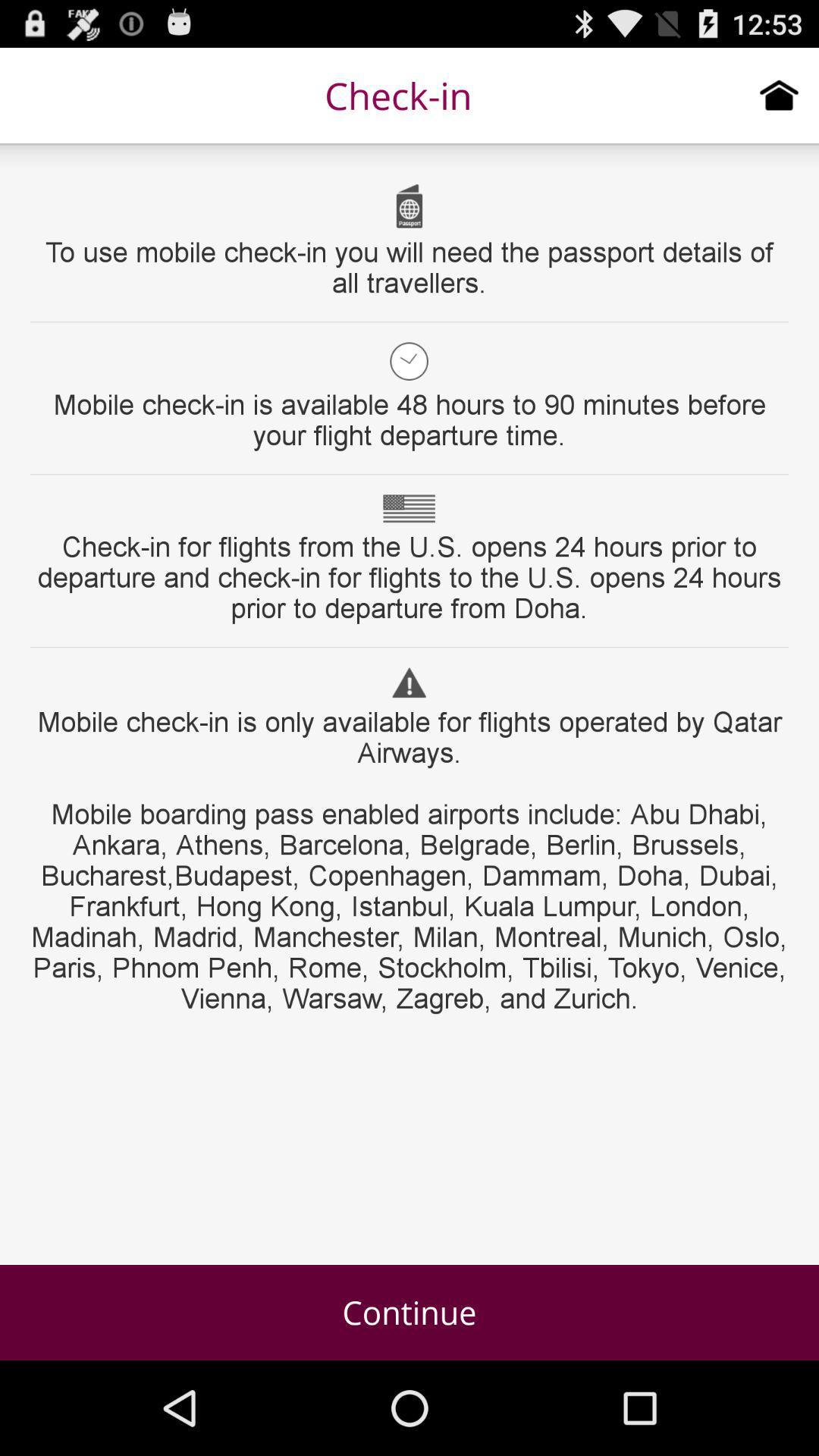  Describe the element at coordinates (409, 1312) in the screenshot. I see `continue icon` at that location.